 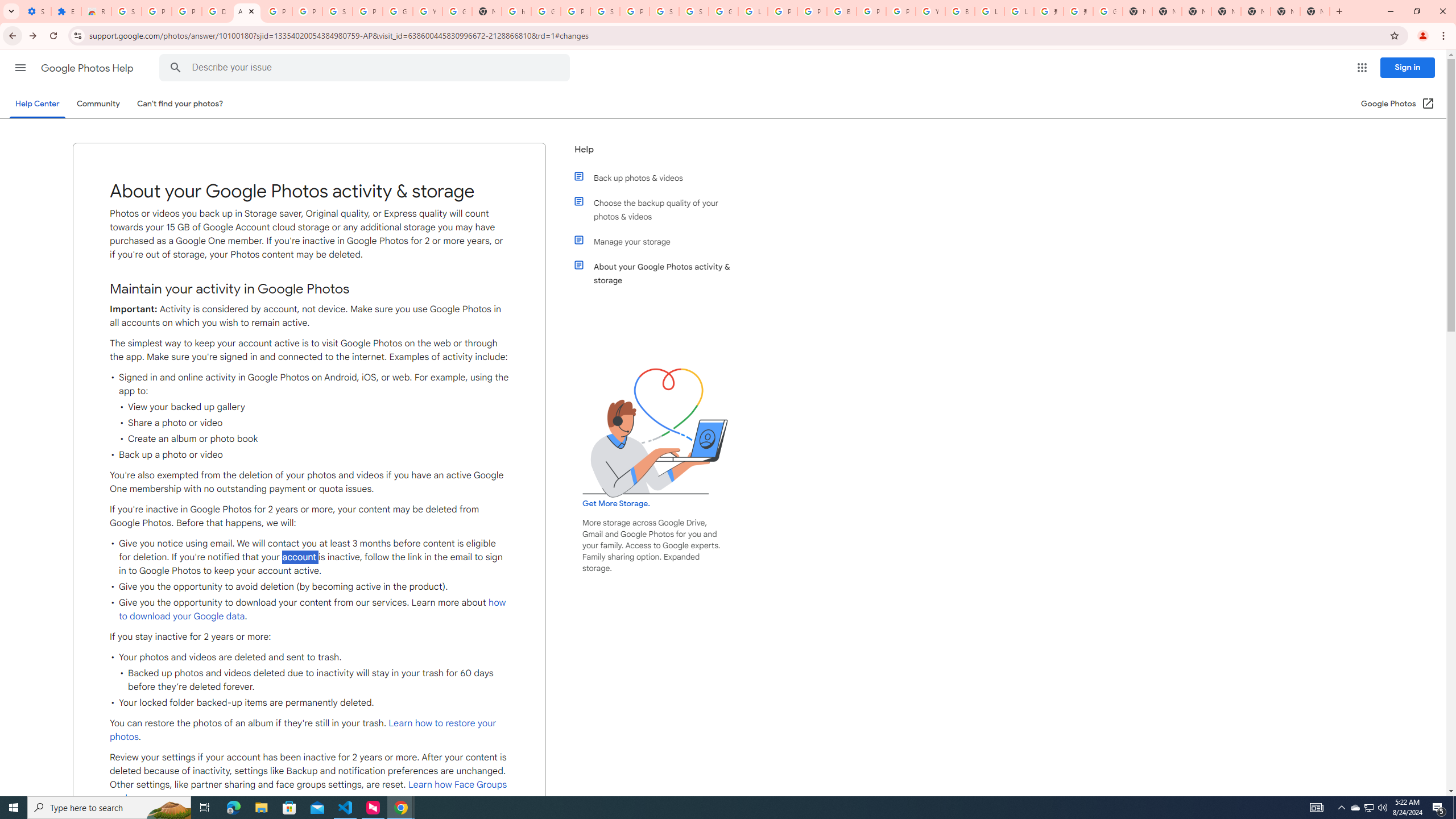 I want to click on 'Describe your issue', so click(x=366, y=67).